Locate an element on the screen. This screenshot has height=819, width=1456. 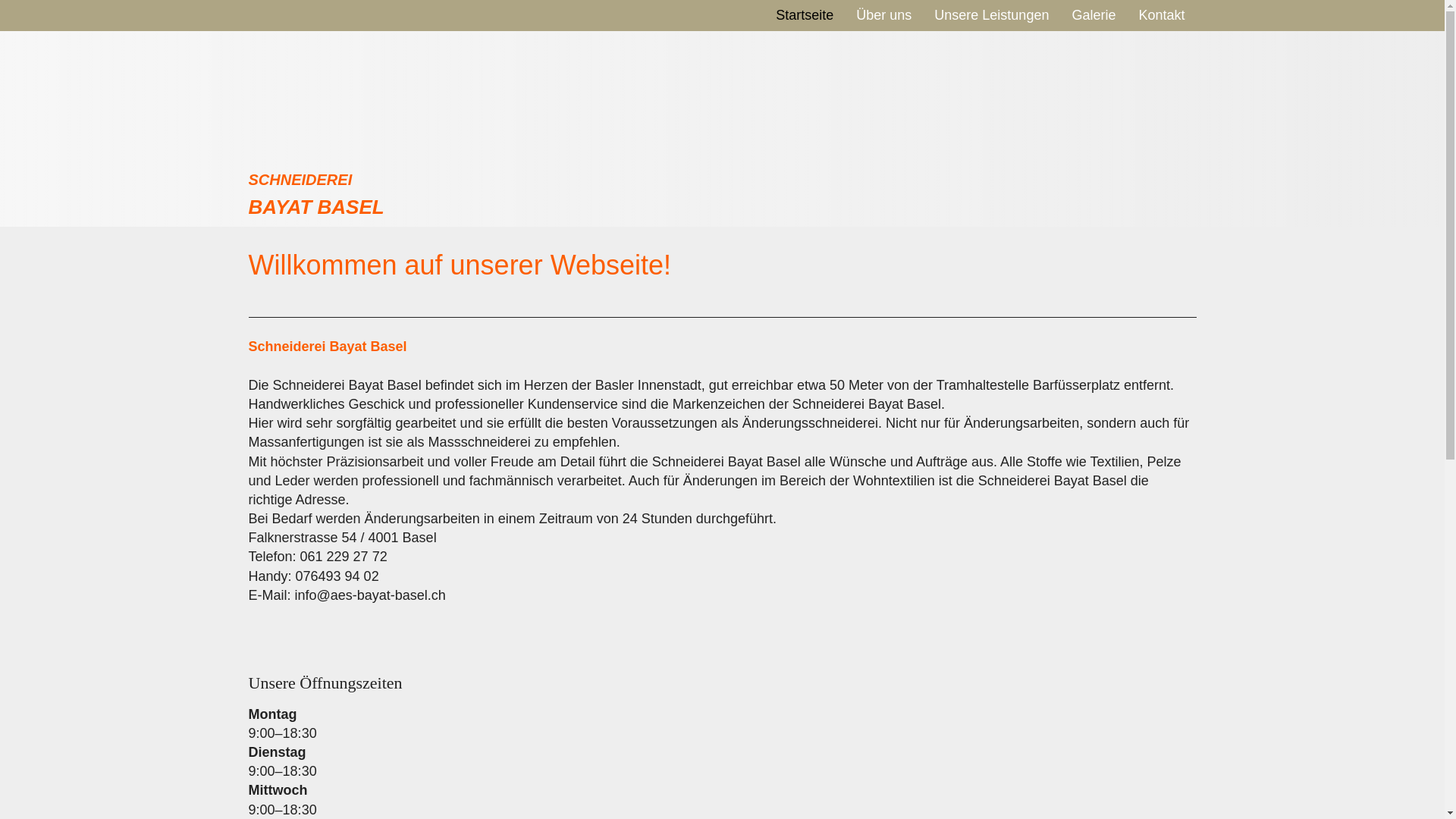
'Unsere Leistungen' is located at coordinates (991, 14).